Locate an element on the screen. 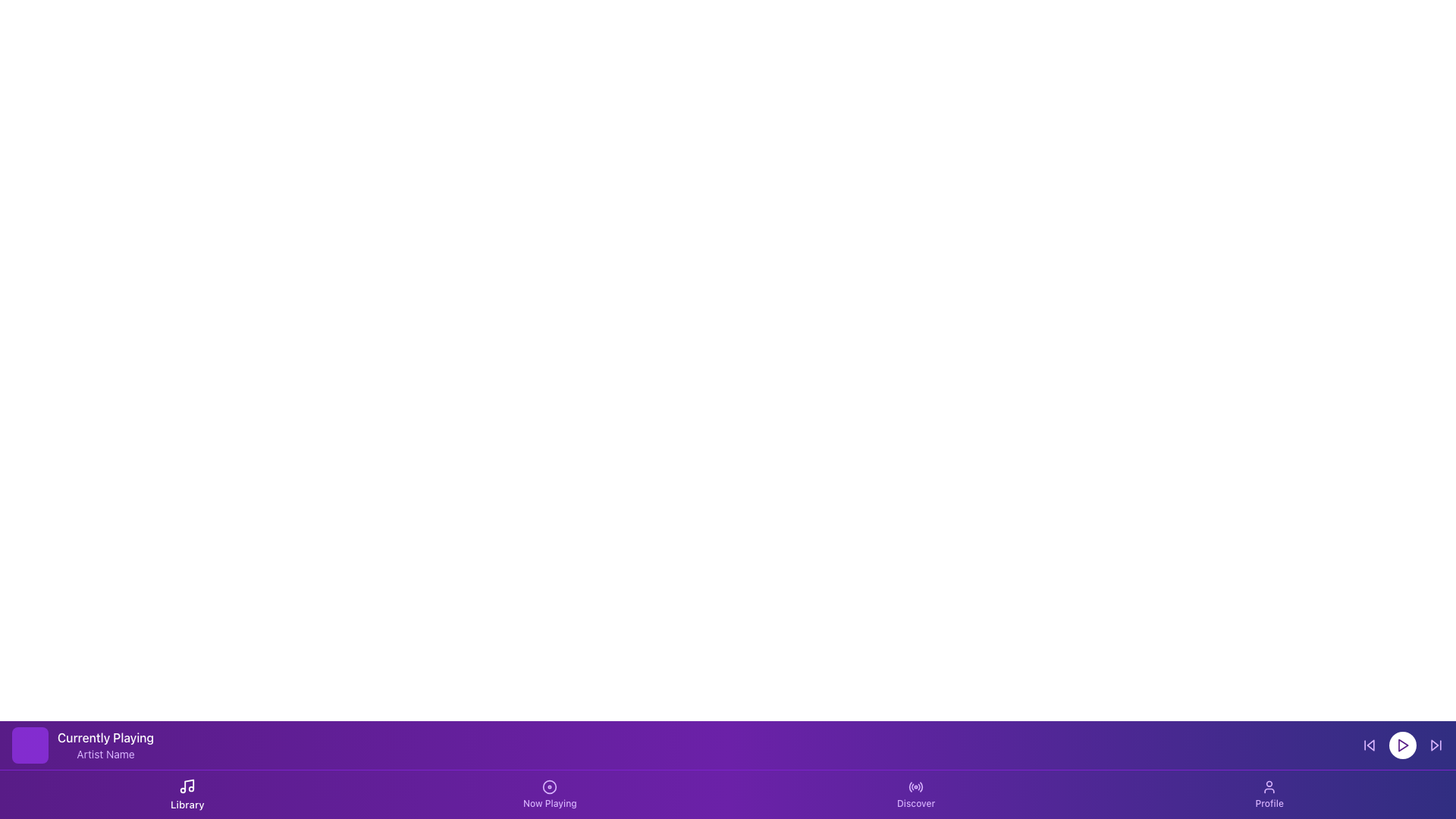 Image resolution: width=1456 pixels, height=819 pixels. the music note icon located in the Library section of the bottom navigation bar is located at coordinates (187, 786).